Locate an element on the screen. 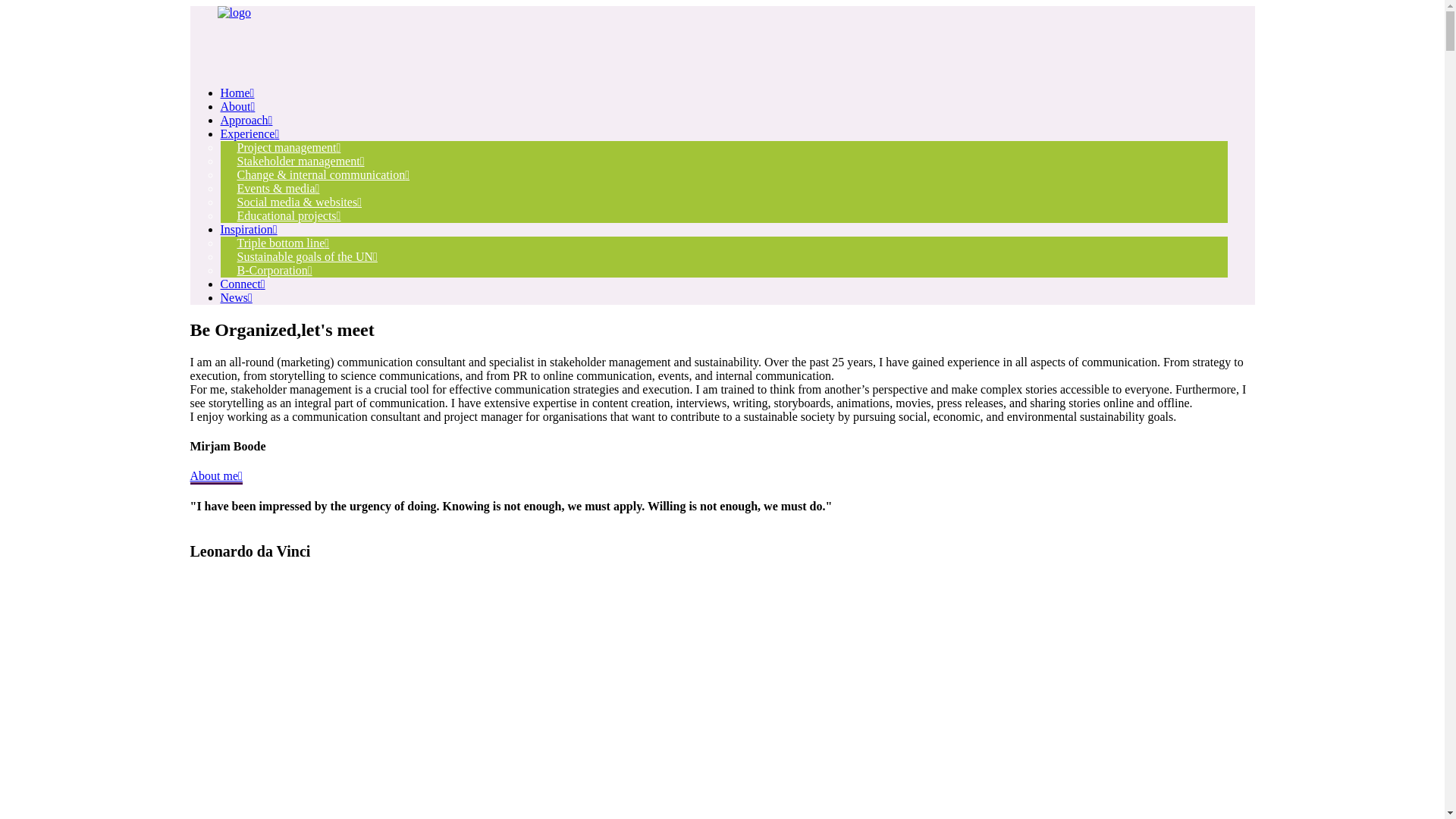 The width and height of the screenshot is (1456, 819). 'Change & internal communication' is located at coordinates (322, 174).